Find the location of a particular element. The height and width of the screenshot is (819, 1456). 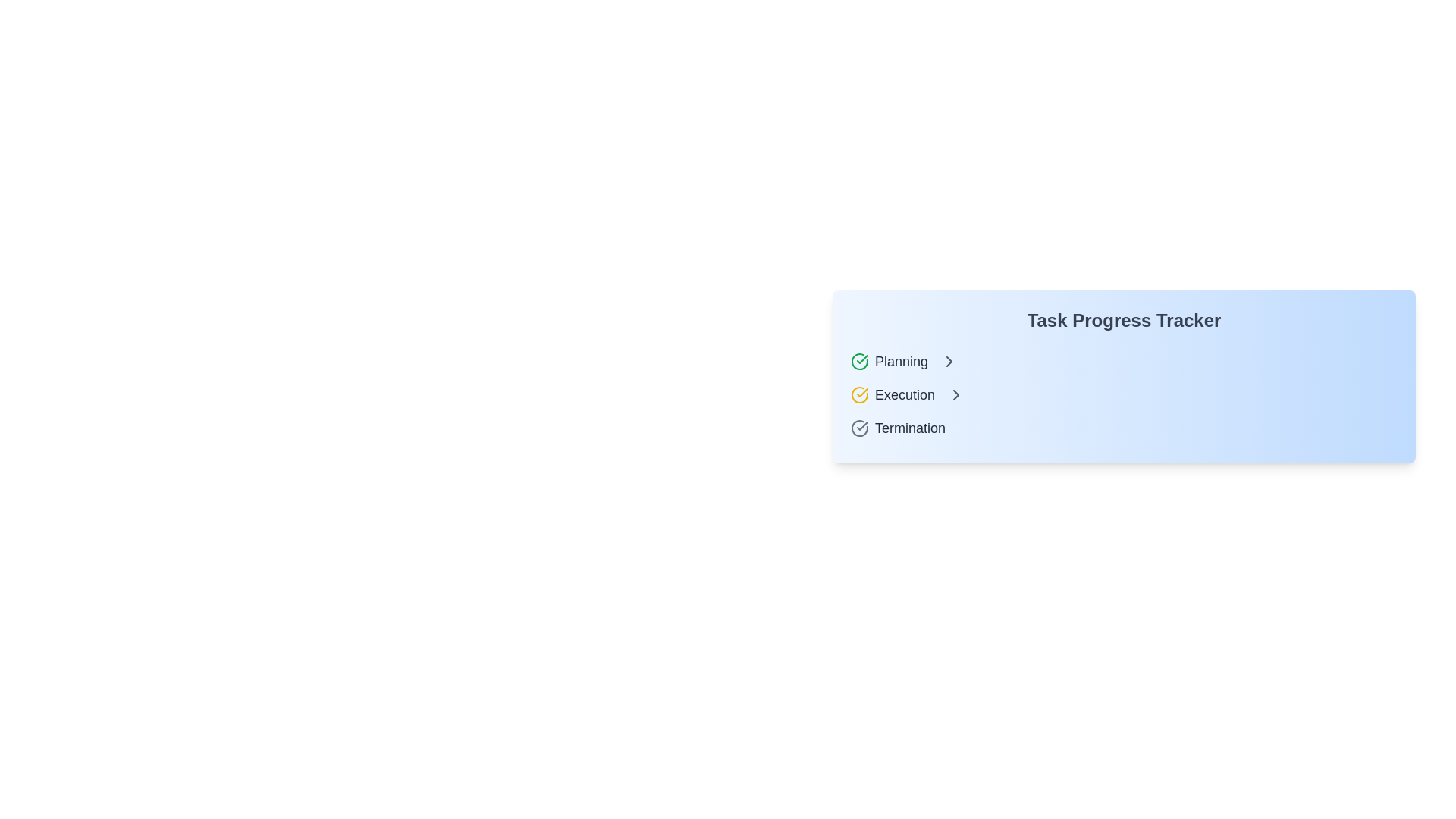

the text label that says 'Task Progress Tracker', styled in bold and gray, located at the top-left section of the panel above the 'Planning', 'Execution', and 'Termination' items is located at coordinates (1124, 320).